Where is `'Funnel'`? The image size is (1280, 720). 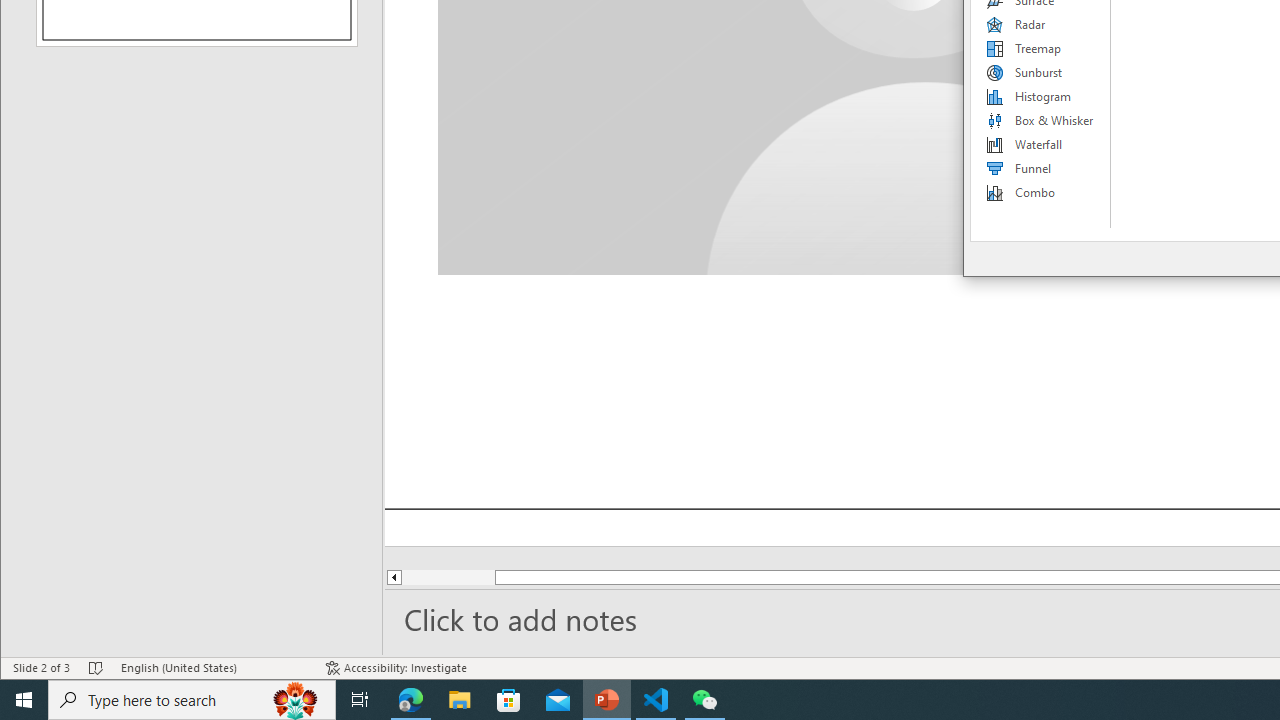 'Funnel' is located at coordinates (1040, 167).